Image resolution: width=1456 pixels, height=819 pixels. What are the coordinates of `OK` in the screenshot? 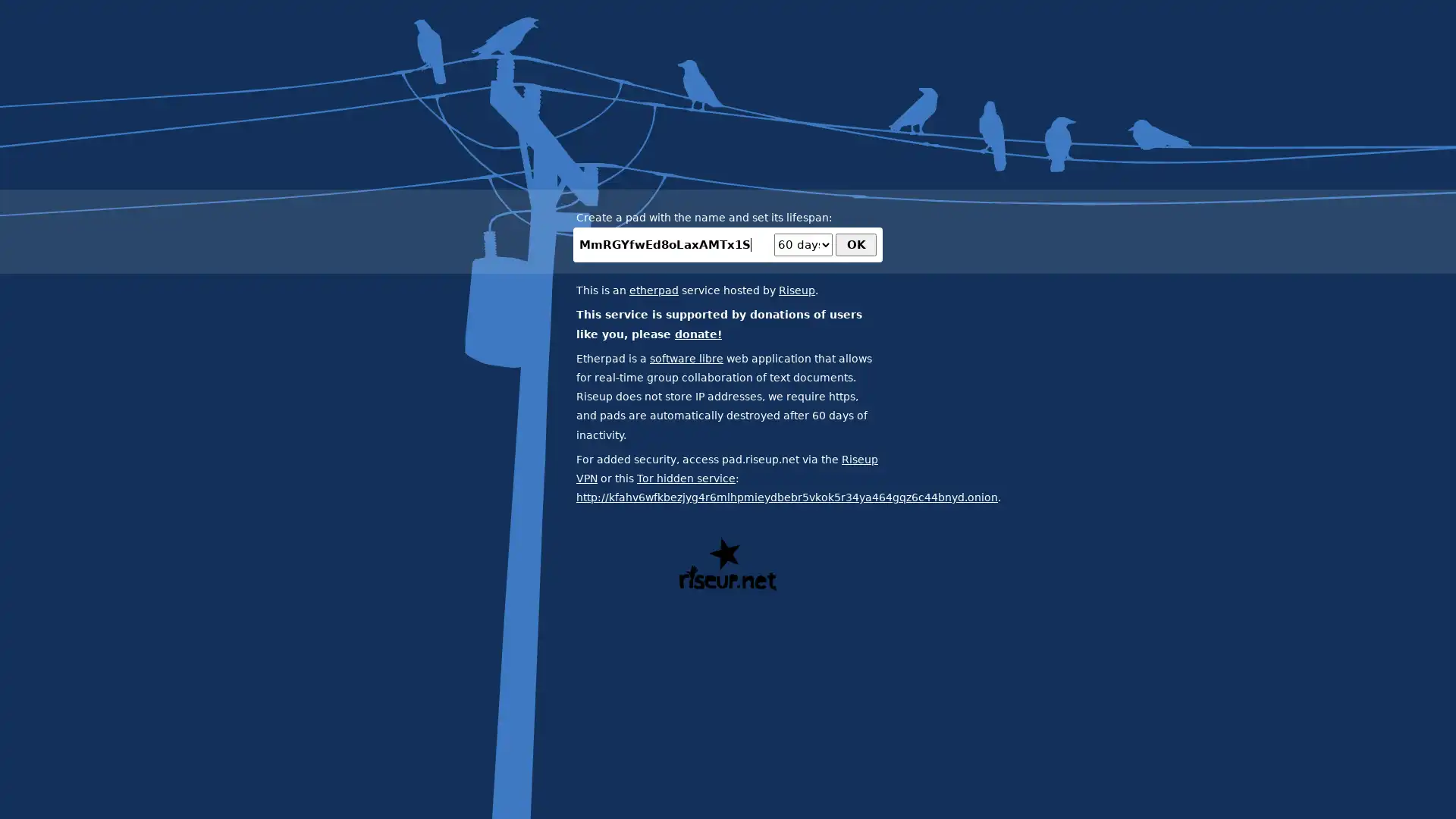 It's located at (855, 244).